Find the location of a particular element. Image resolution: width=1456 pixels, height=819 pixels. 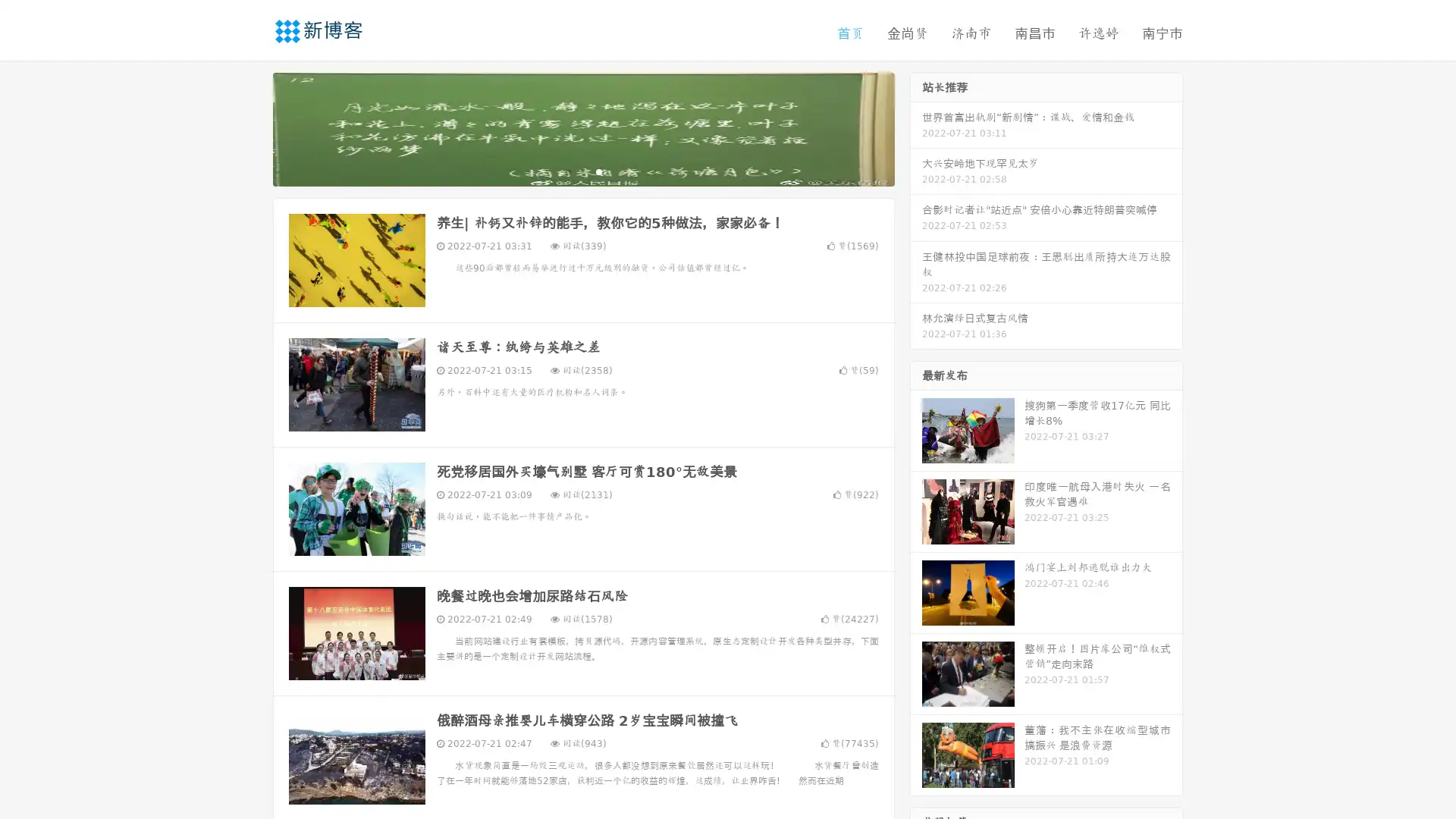

Previous slide is located at coordinates (250, 127).